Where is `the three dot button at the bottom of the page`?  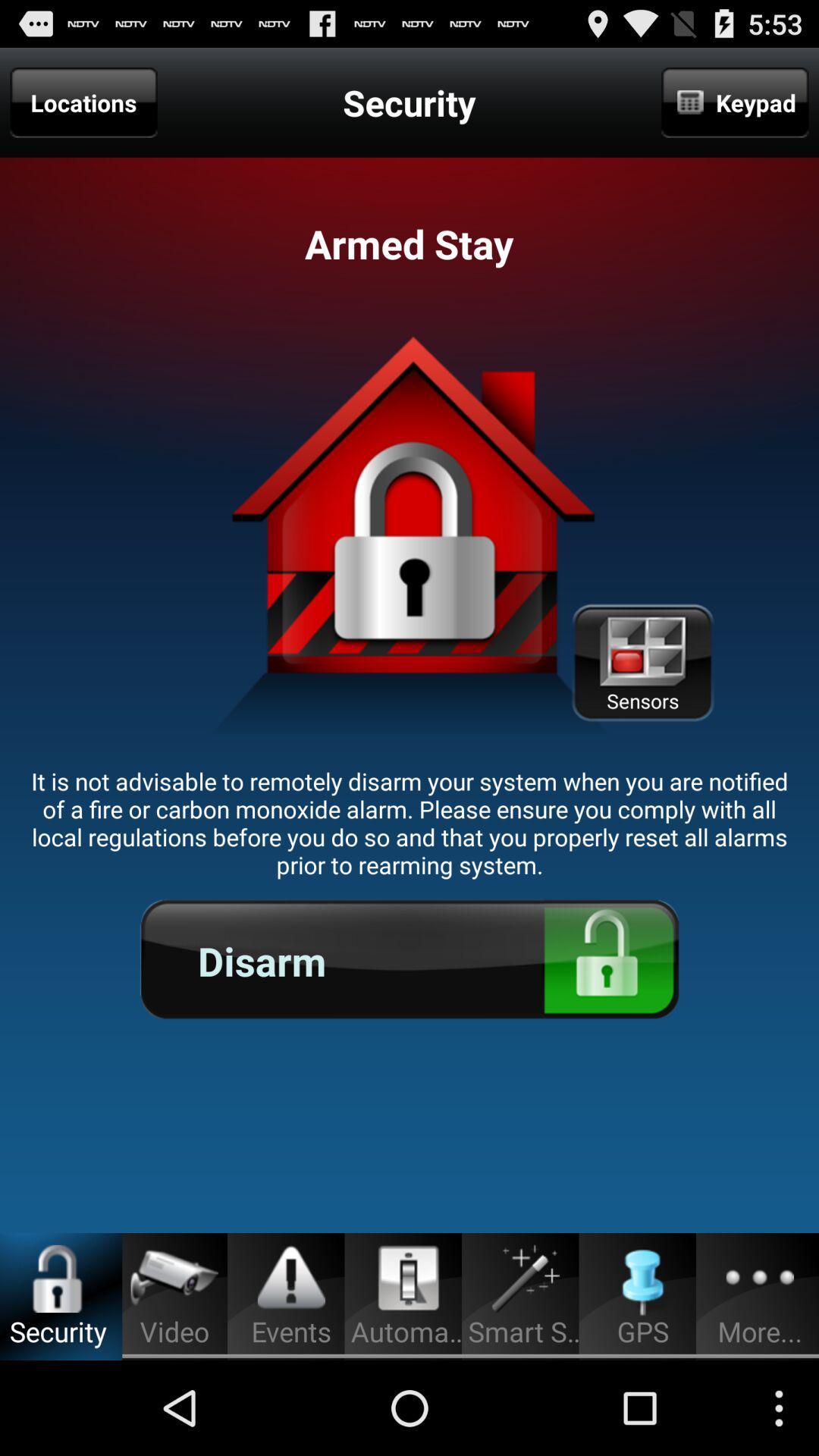
the three dot button at the bottom of the page is located at coordinates (760, 1278).